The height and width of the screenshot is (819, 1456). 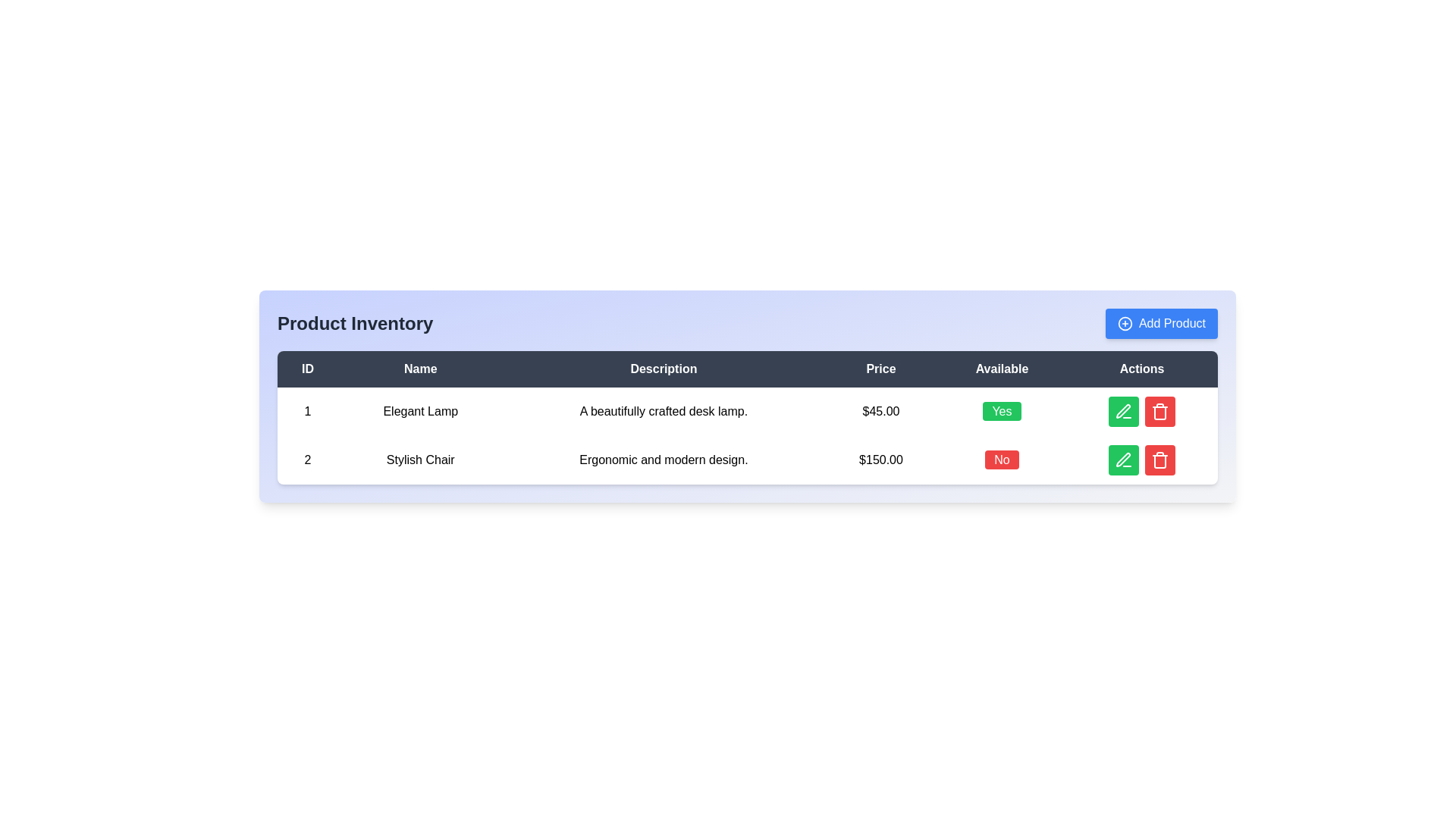 I want to click on the Price display field showing the value '$45.00', which is centrally aligned in the fourth column of the first row under the 'Price' heading, so click(x=880, y=412).